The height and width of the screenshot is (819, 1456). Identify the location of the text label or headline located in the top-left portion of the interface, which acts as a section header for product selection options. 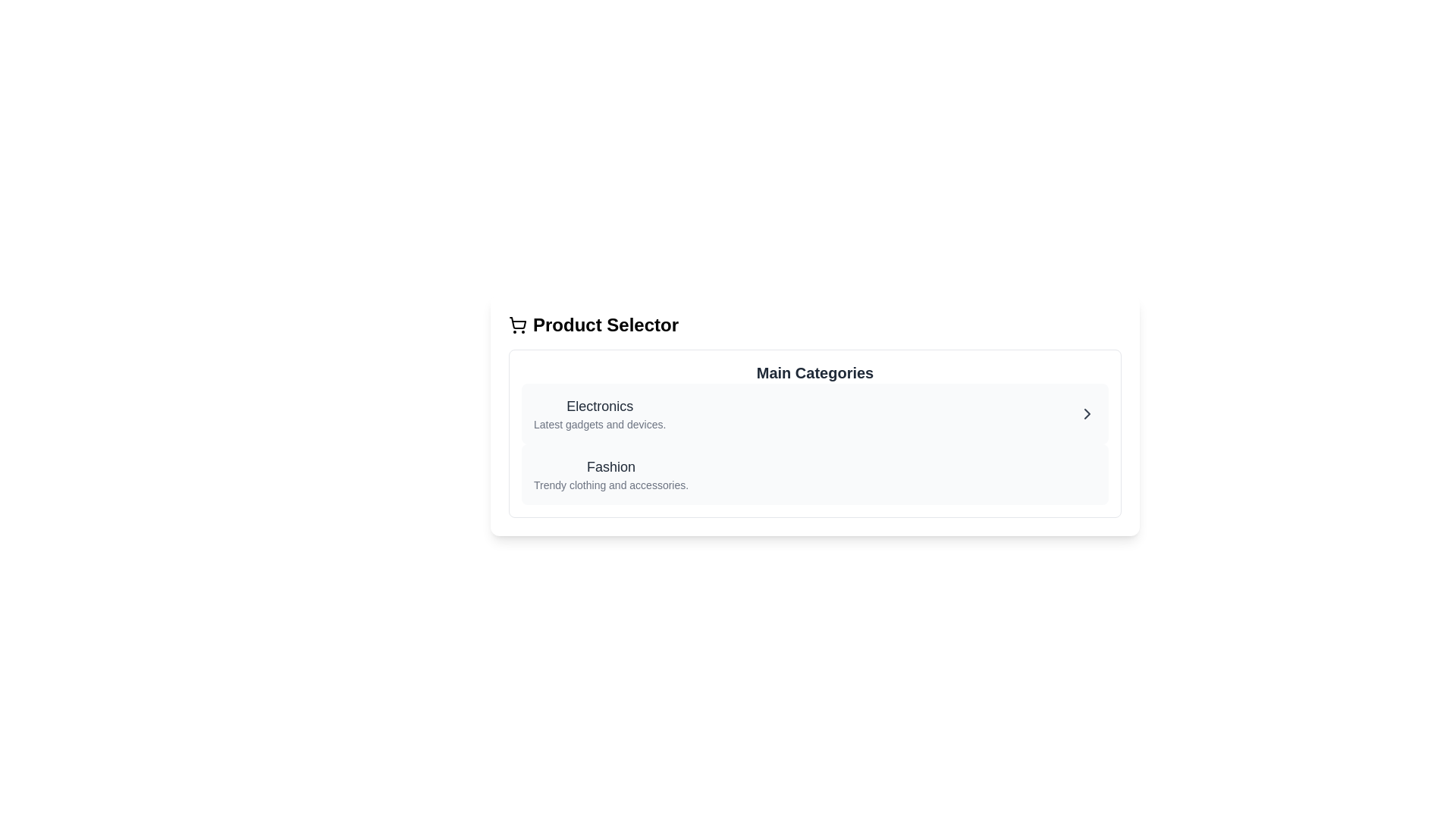
(605, 324).